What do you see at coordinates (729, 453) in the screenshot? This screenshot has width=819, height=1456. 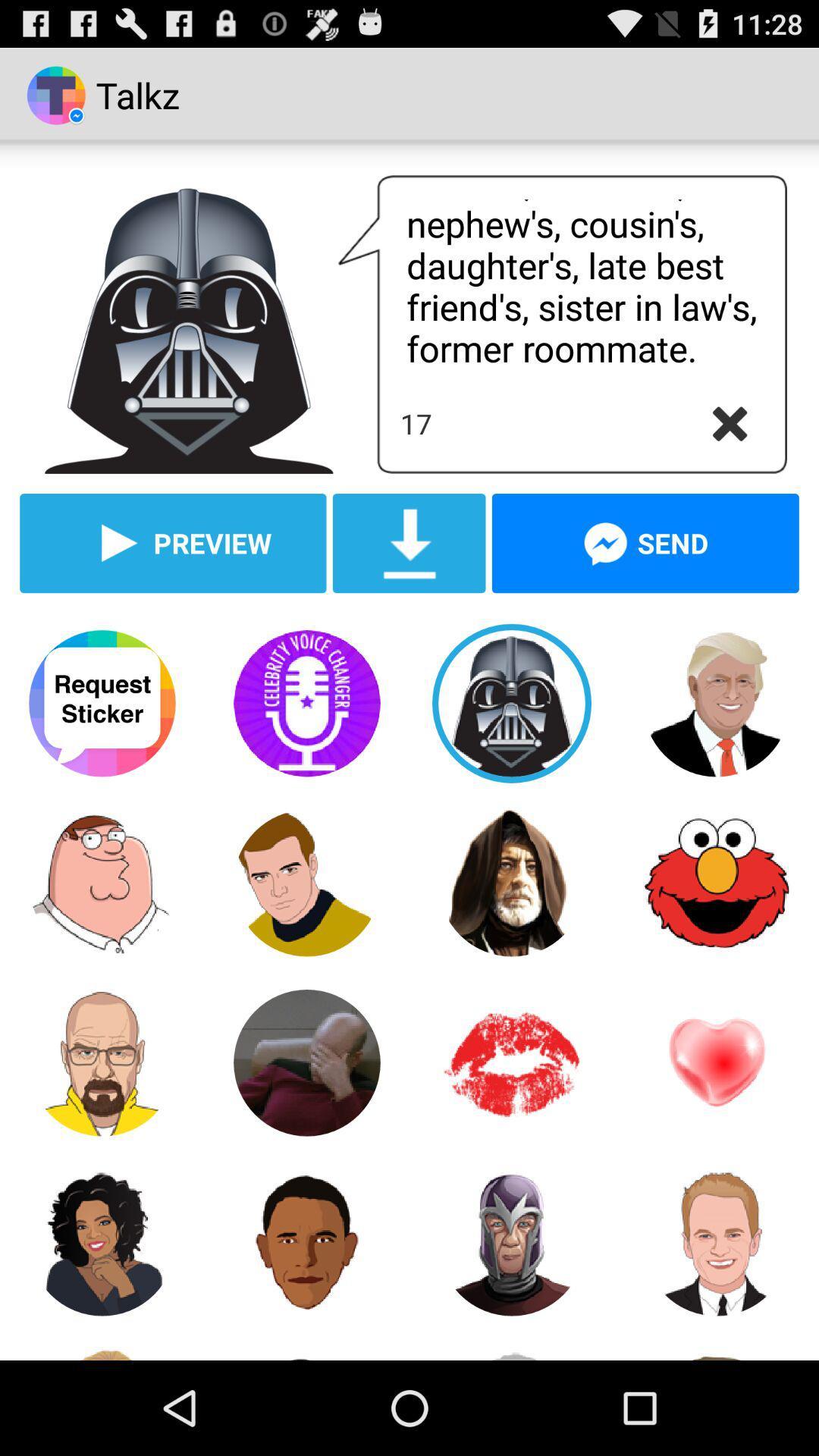 I see `the close icon` at bounding box center [729, 453].